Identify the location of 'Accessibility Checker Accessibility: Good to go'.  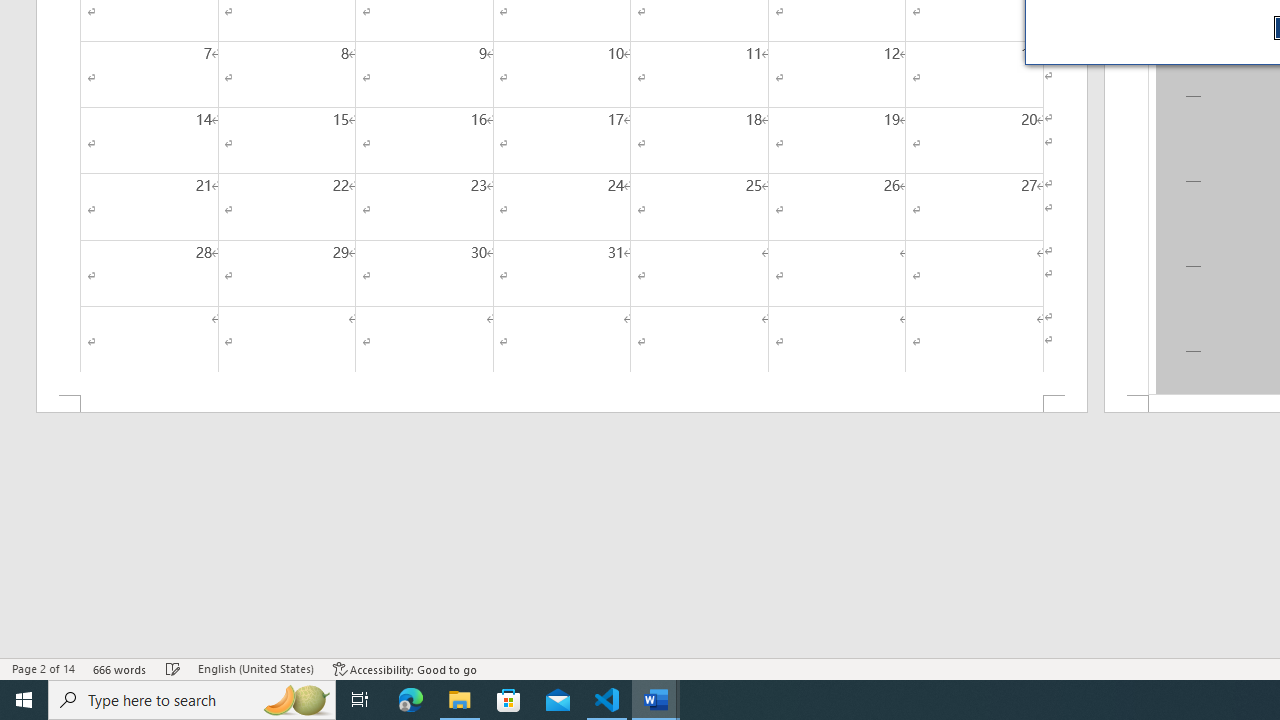
(404, 669).